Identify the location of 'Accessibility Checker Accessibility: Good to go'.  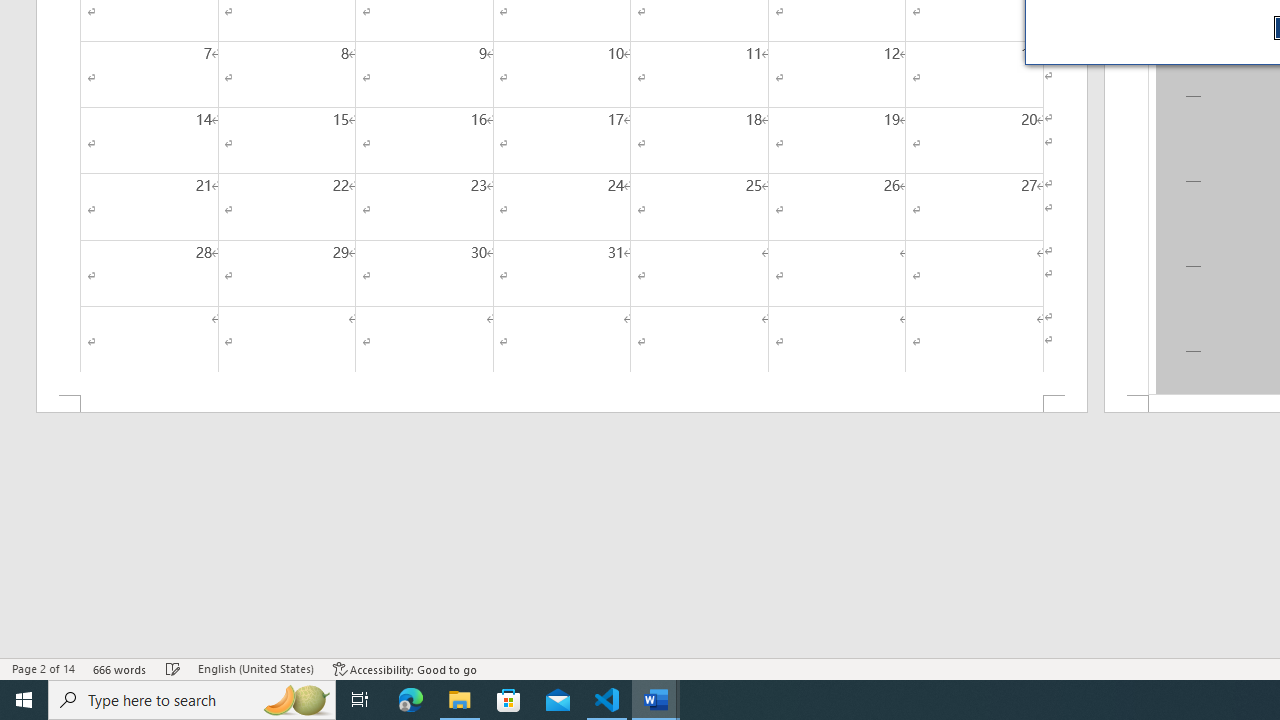
(404, 669).